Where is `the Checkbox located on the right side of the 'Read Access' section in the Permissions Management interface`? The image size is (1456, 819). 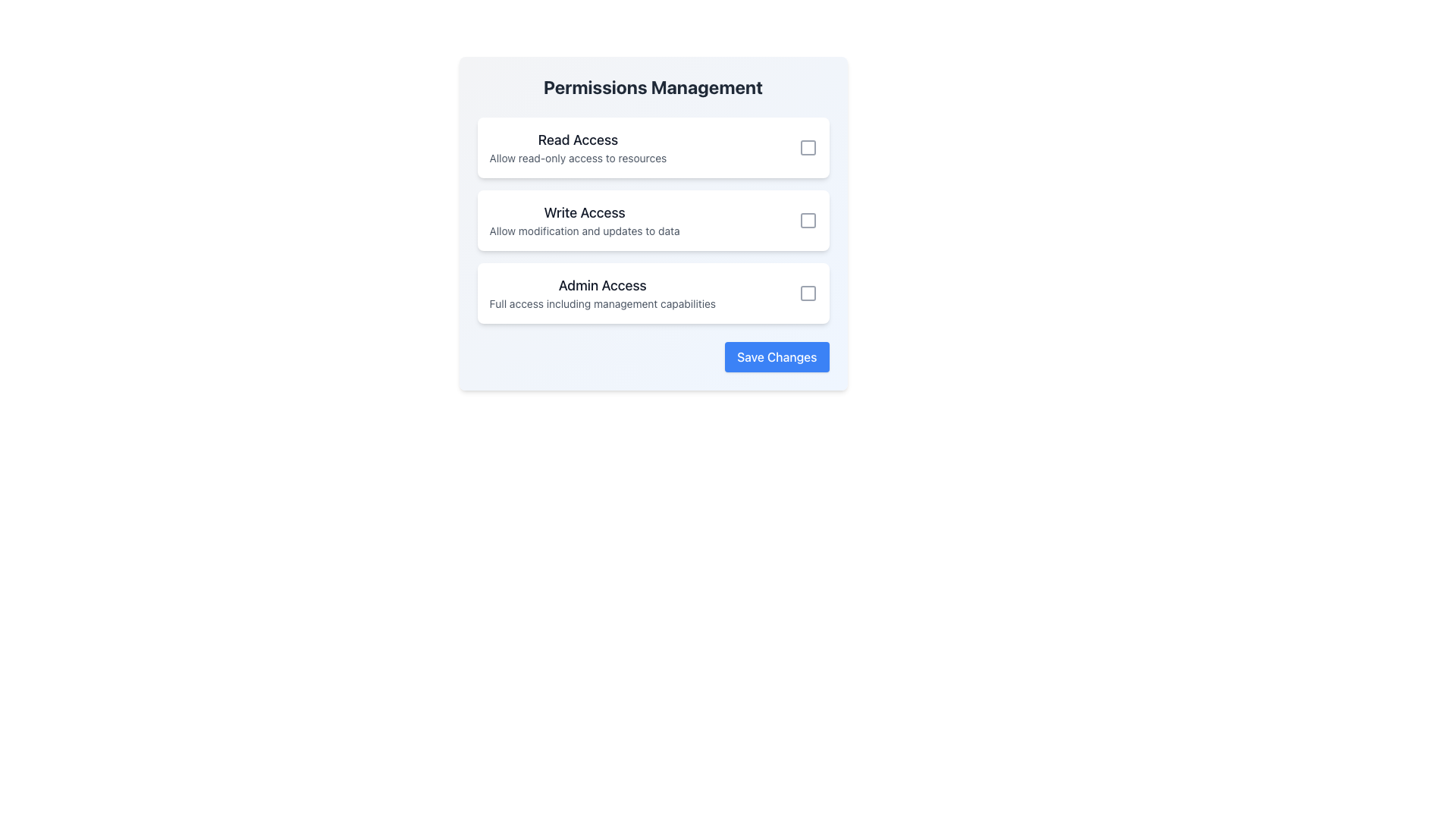
the Checkbox located on the right side of the 'Read Access' section in the Permissions Management interface is located at coordinates (807, 148).